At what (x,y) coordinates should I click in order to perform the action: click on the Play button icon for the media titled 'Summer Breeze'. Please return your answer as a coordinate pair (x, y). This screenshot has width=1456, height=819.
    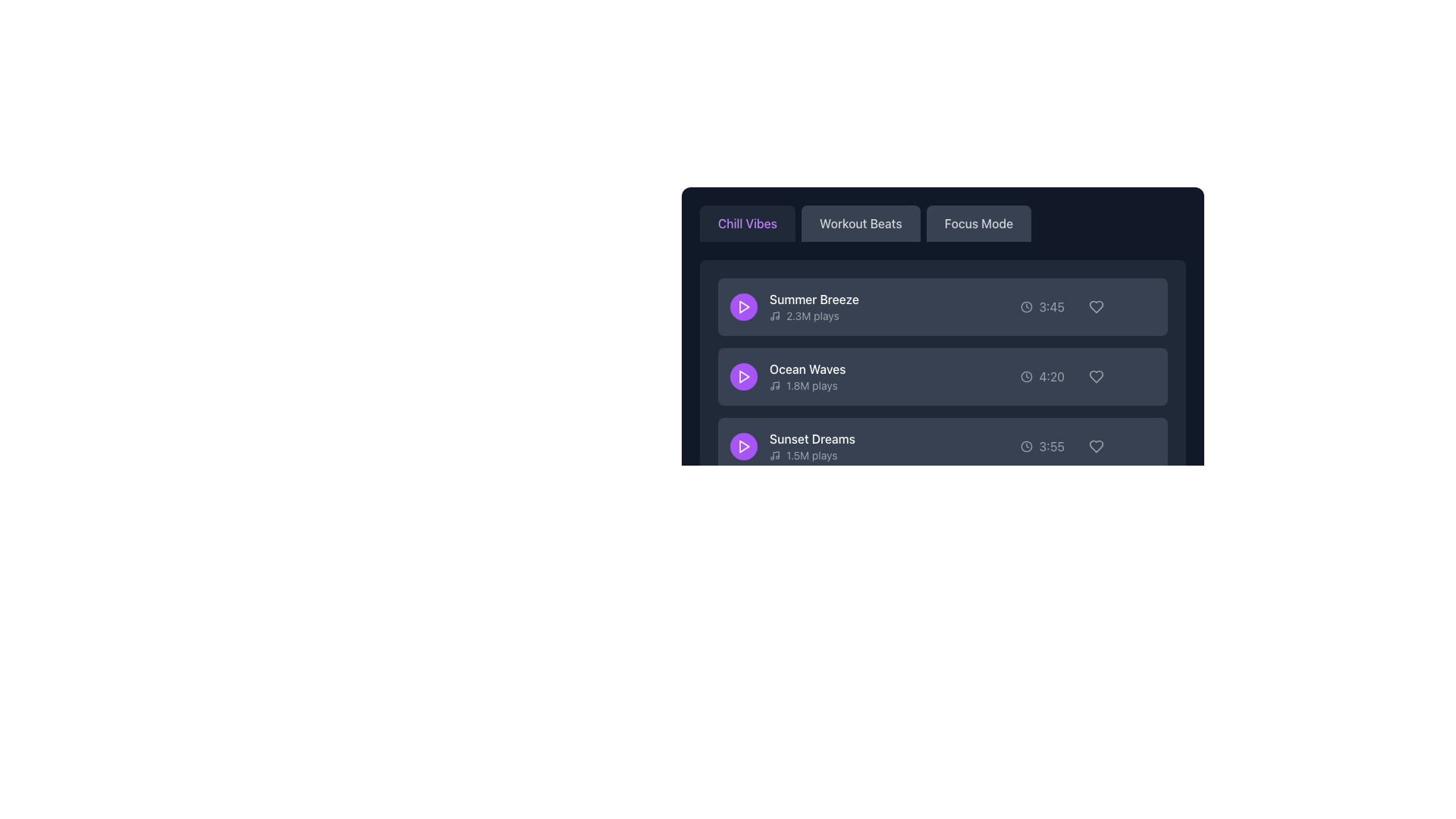
    Looking at the image, I should click on (744, 446).